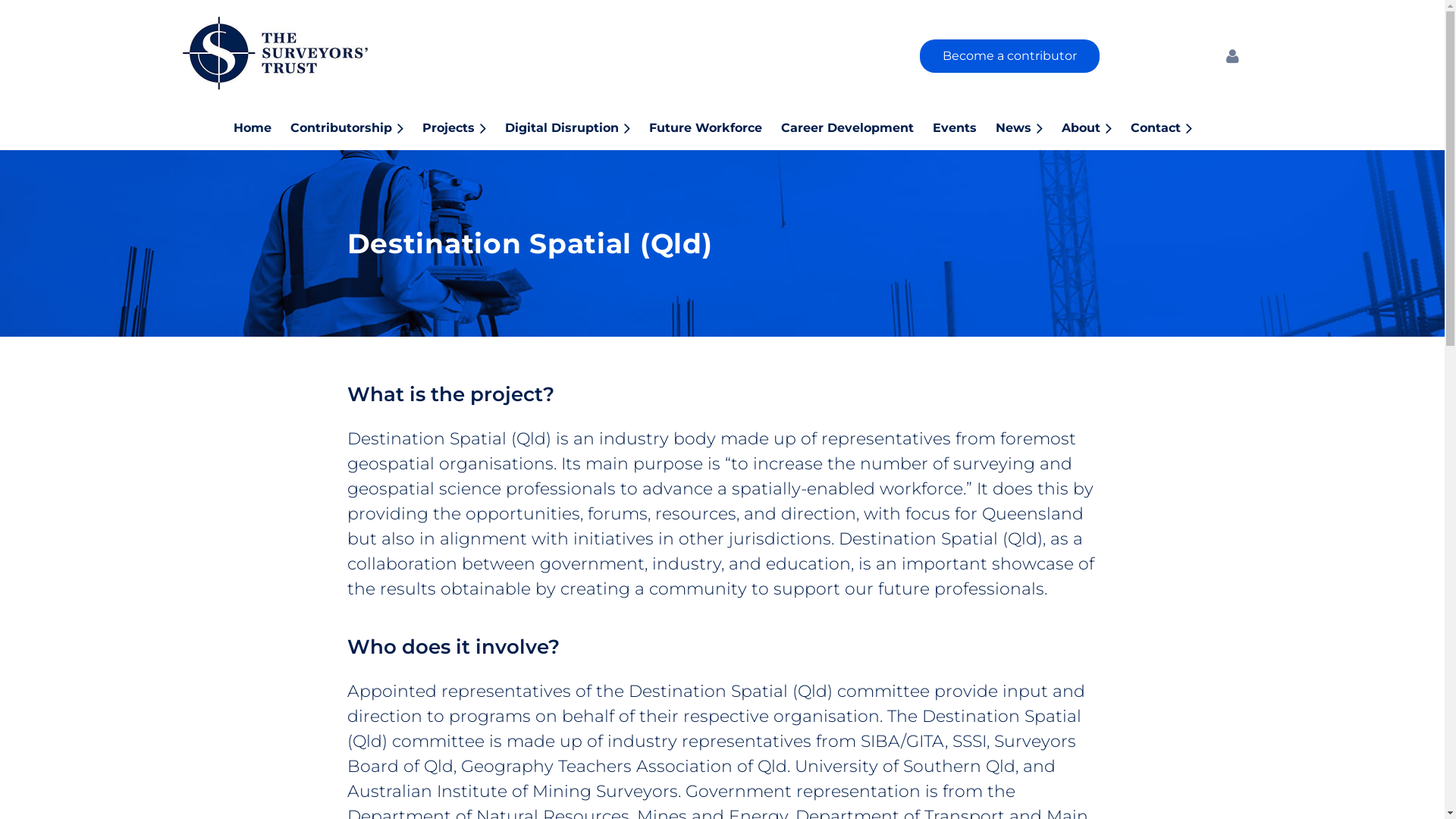 The height and width of the screenshot is (819, 1456). Describe the element at coordinates (963, 126) in the screenshot. I see `'Events'` at that location.